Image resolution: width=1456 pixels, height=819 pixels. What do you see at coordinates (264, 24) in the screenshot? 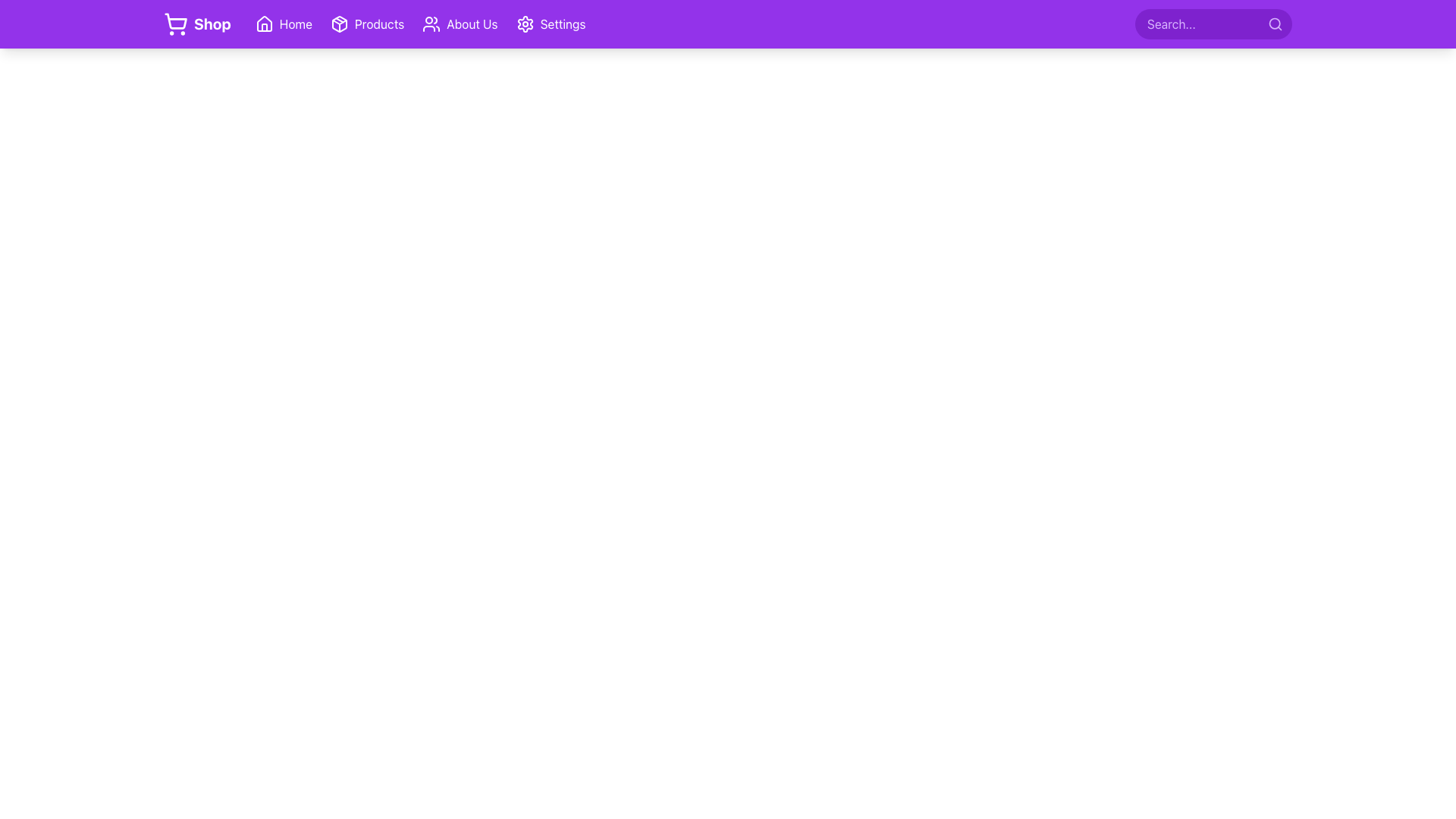
I see `the house icon with a minimalist design` at bounding box center [264, 24].